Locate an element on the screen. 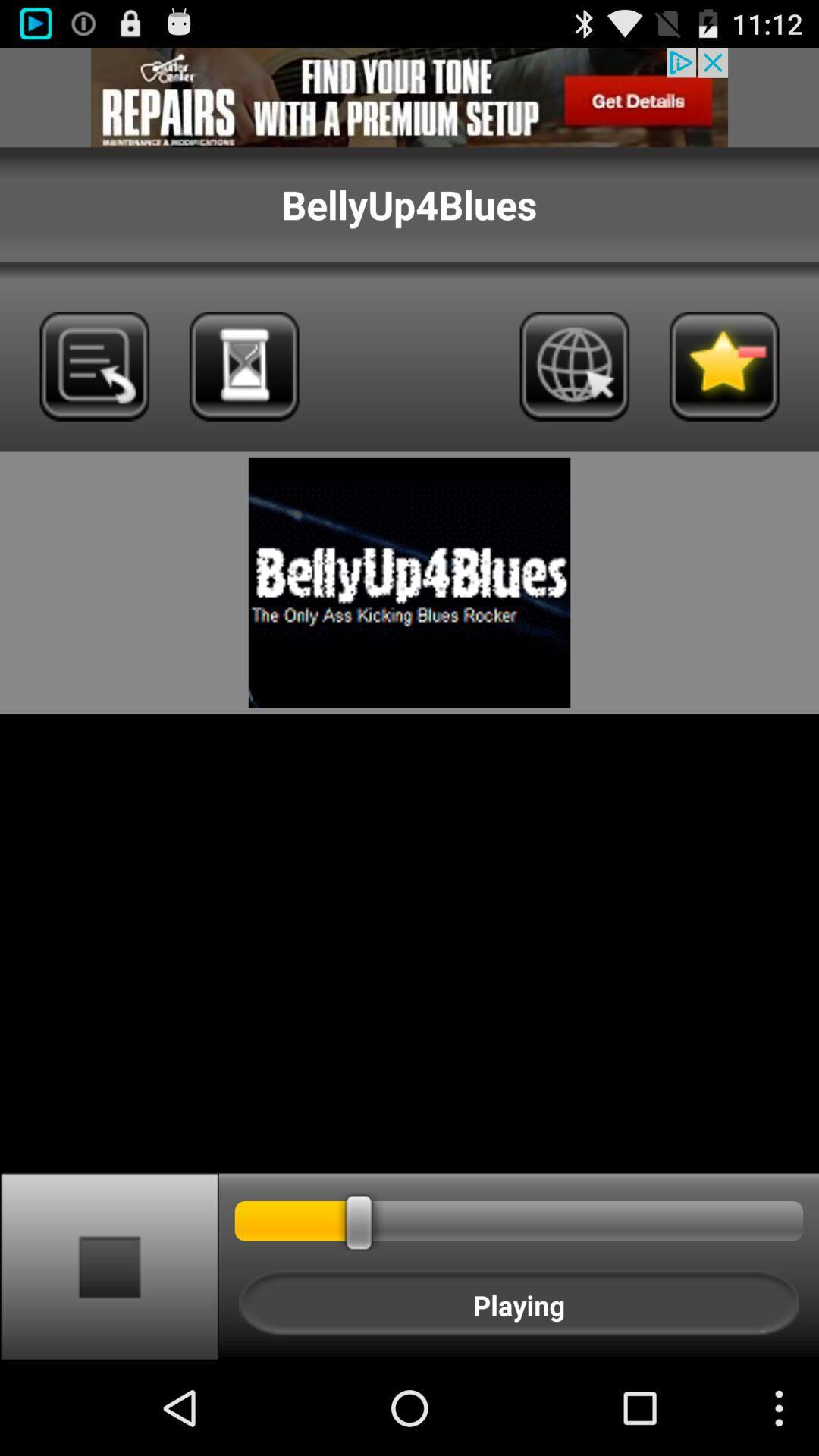 The image size is (819, 1456). icon page is located at coordinates (574, 366).